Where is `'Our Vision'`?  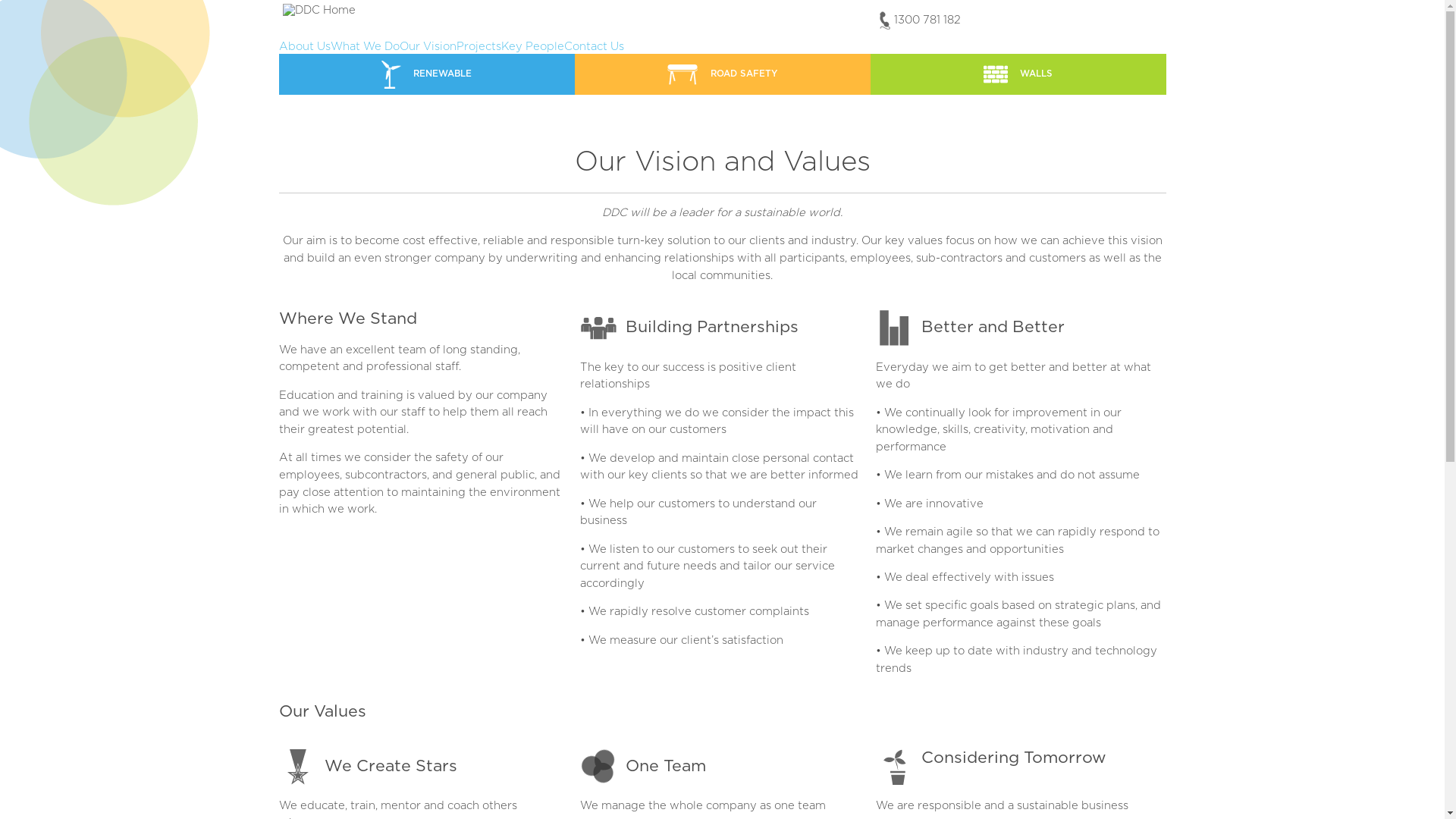 'Our Vision' is located at coordinates (399, 45).